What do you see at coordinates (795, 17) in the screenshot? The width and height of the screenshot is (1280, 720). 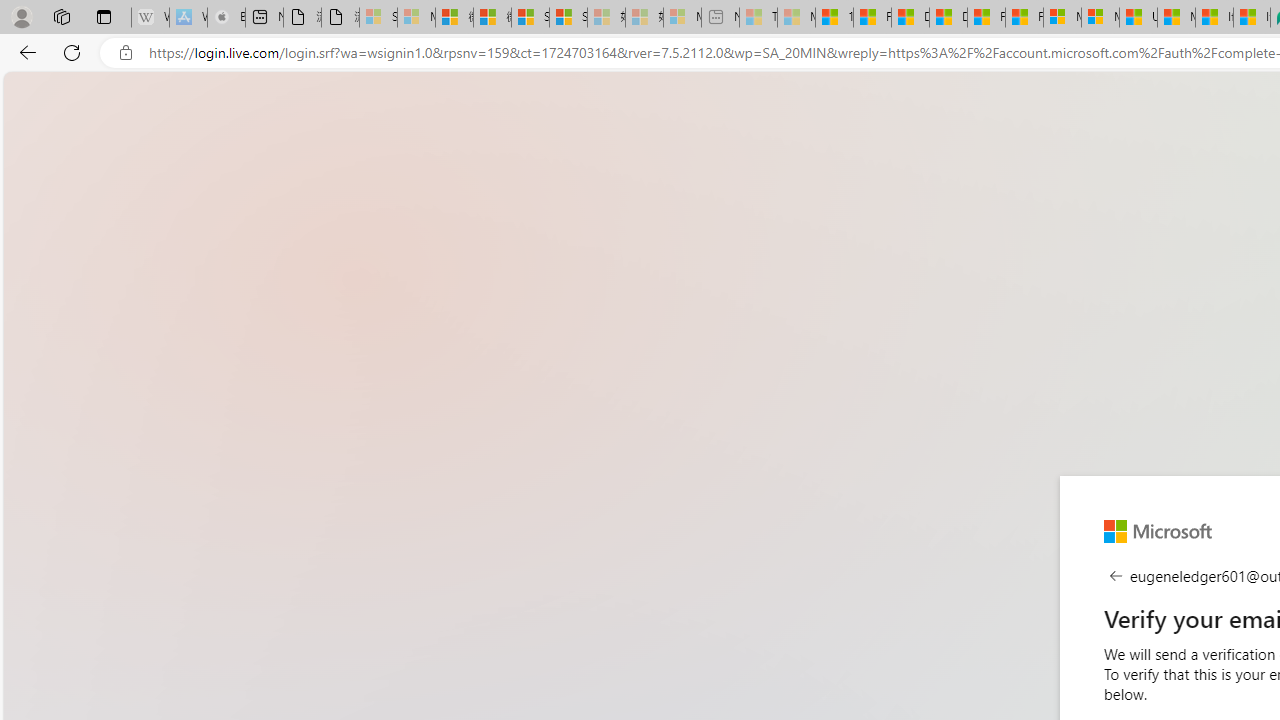 I see `'Marine life - MSN - Sleeping'` at bounding box center [795, 17].